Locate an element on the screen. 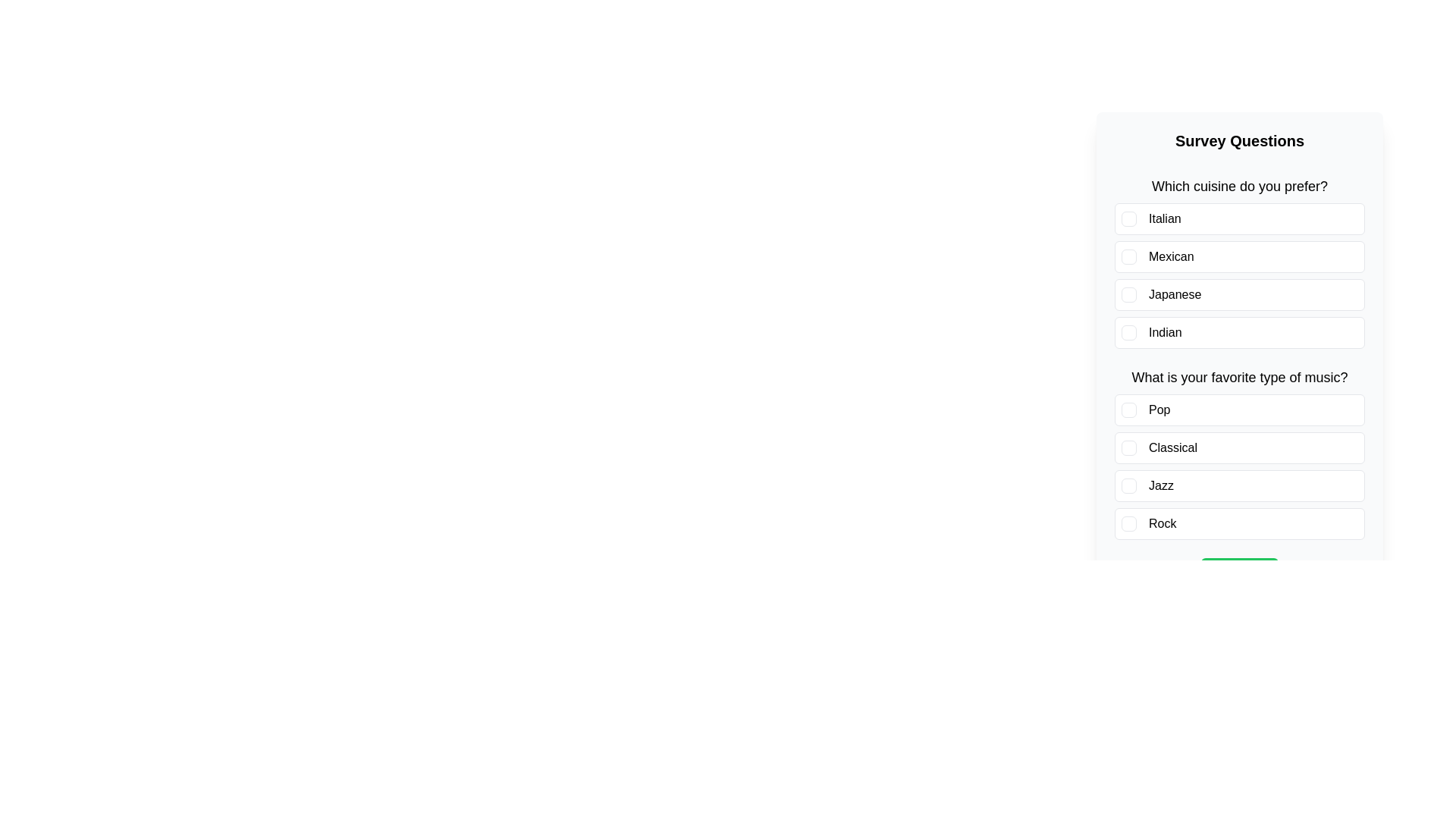  the answer option Italian is located at coordinates (1240, 219).